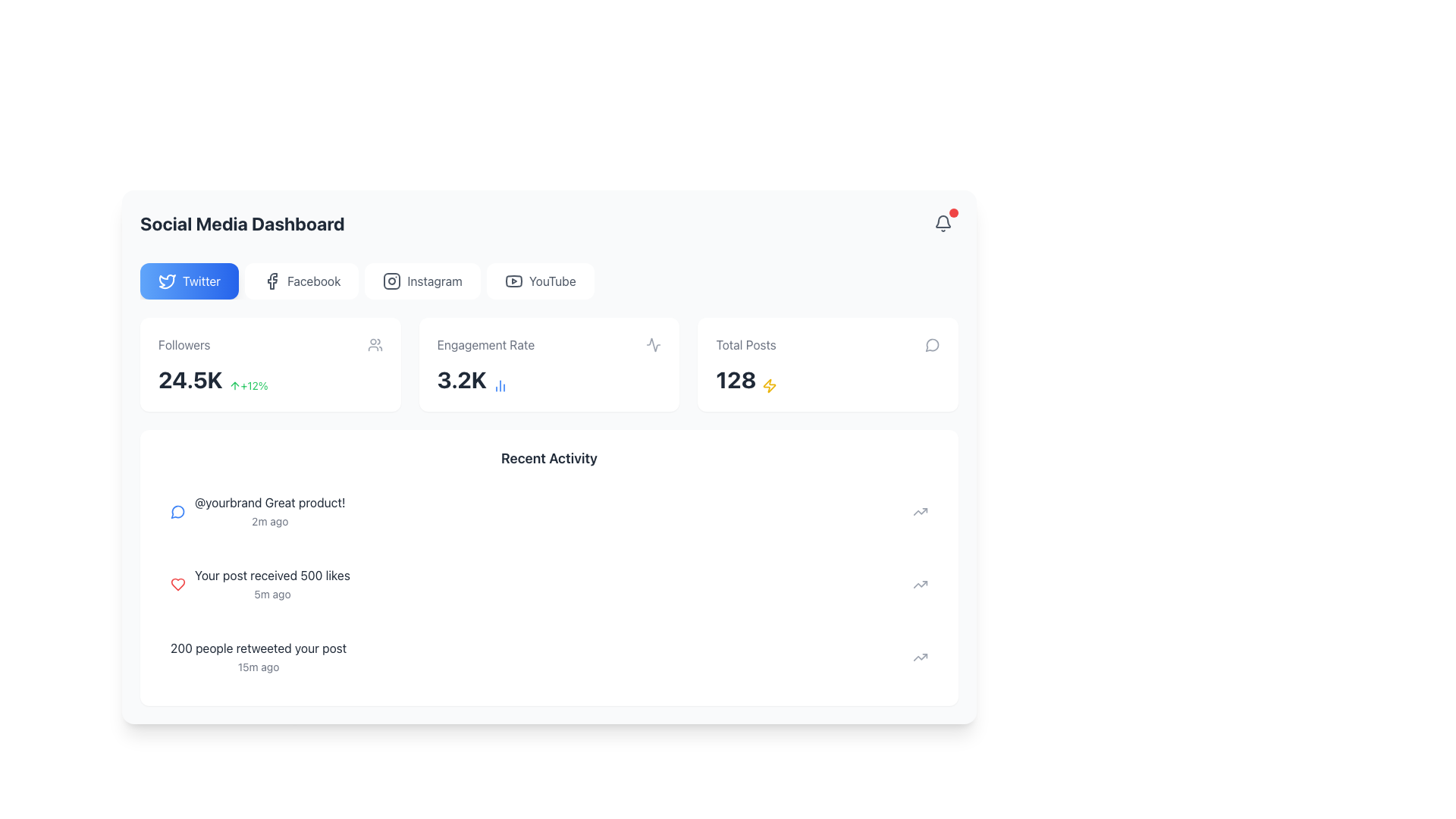  Describe the element at coordinates (234, 385) in the screenshot. I see `the small upward arrow icon located in the 'Followers' section of the dashboard, adjacent to the '24.5K' text and above the '+12%' text` at that location.